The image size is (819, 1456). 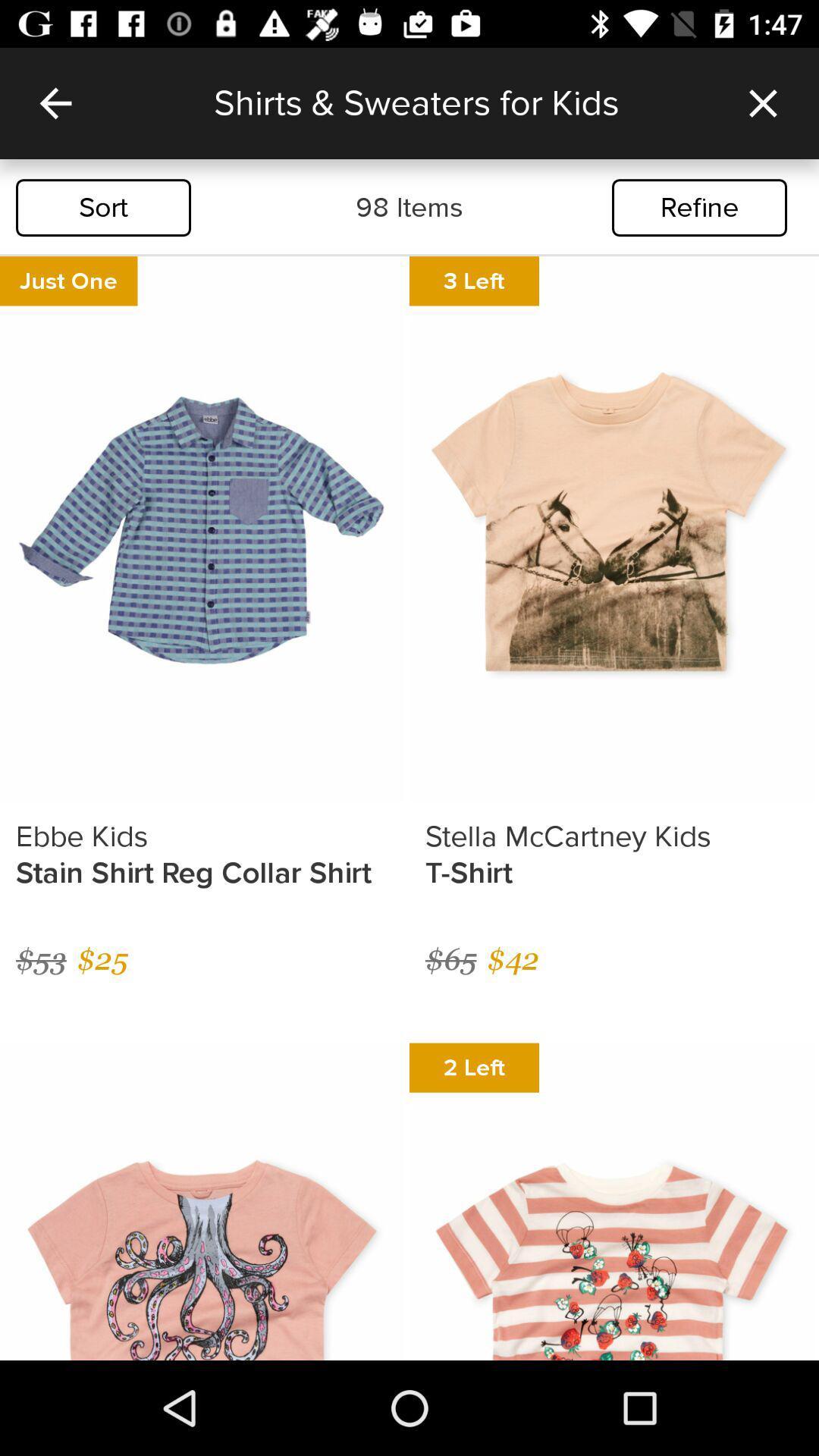 I want to click on icon to the left of the shirts sweaters for icon, so click(x=55, y=102).